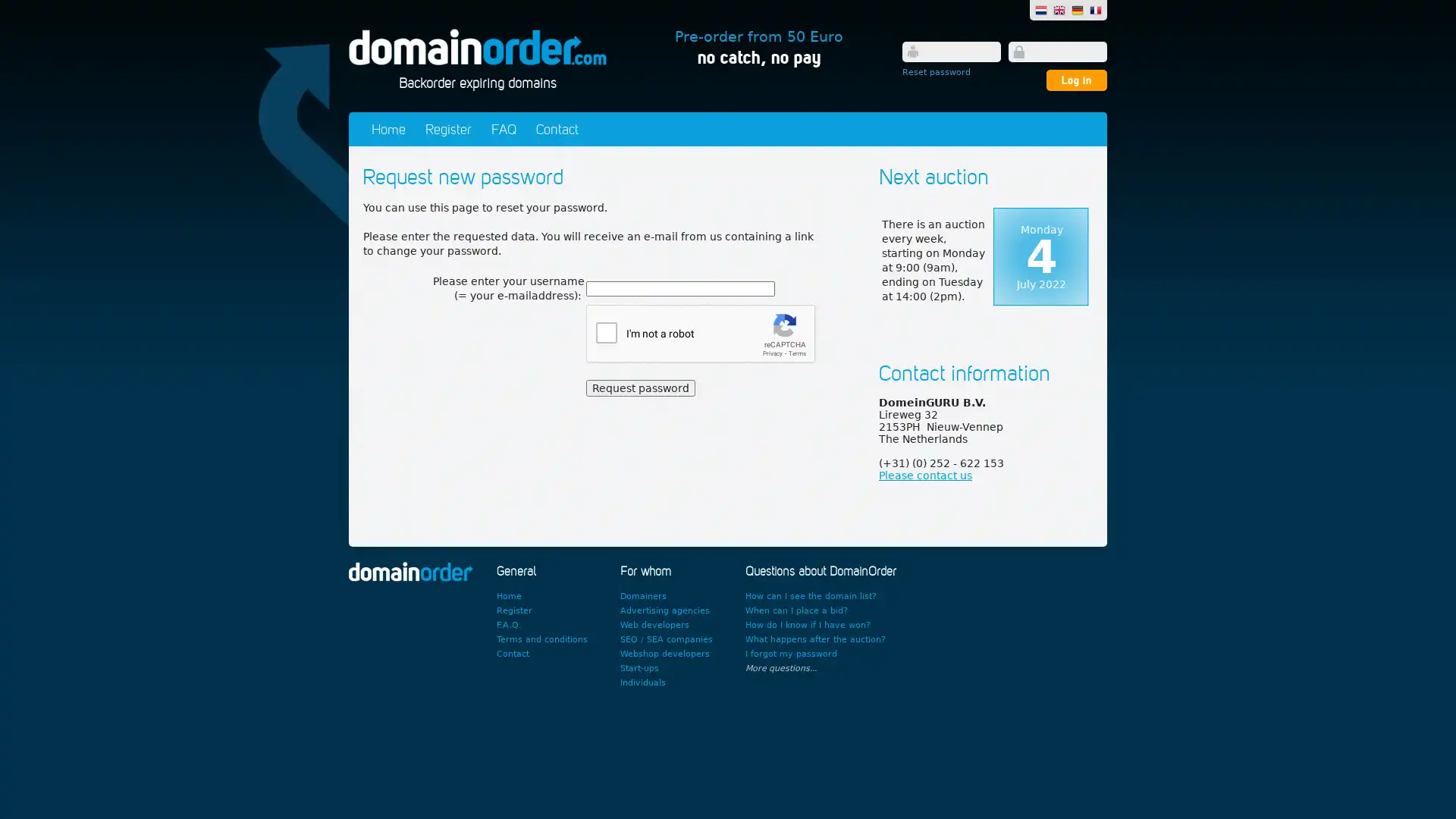 The image size is (1456, 819). What do you see at coordinates (1076, 80) in the screenshot?
I see `Log in` at bounding box center [1076, 80].